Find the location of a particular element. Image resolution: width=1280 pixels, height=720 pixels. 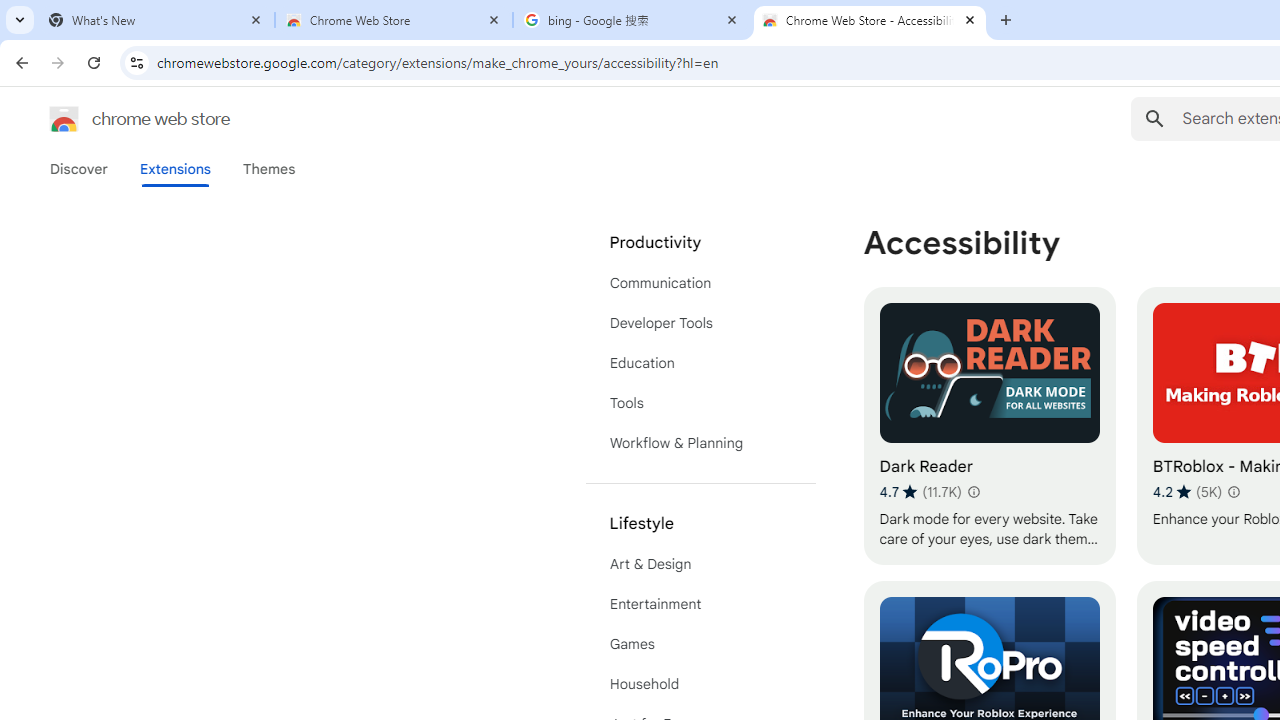

'Average rating 4.2 out of 5 stars. 5K ratings.' is located at coordinates (1187, 491).